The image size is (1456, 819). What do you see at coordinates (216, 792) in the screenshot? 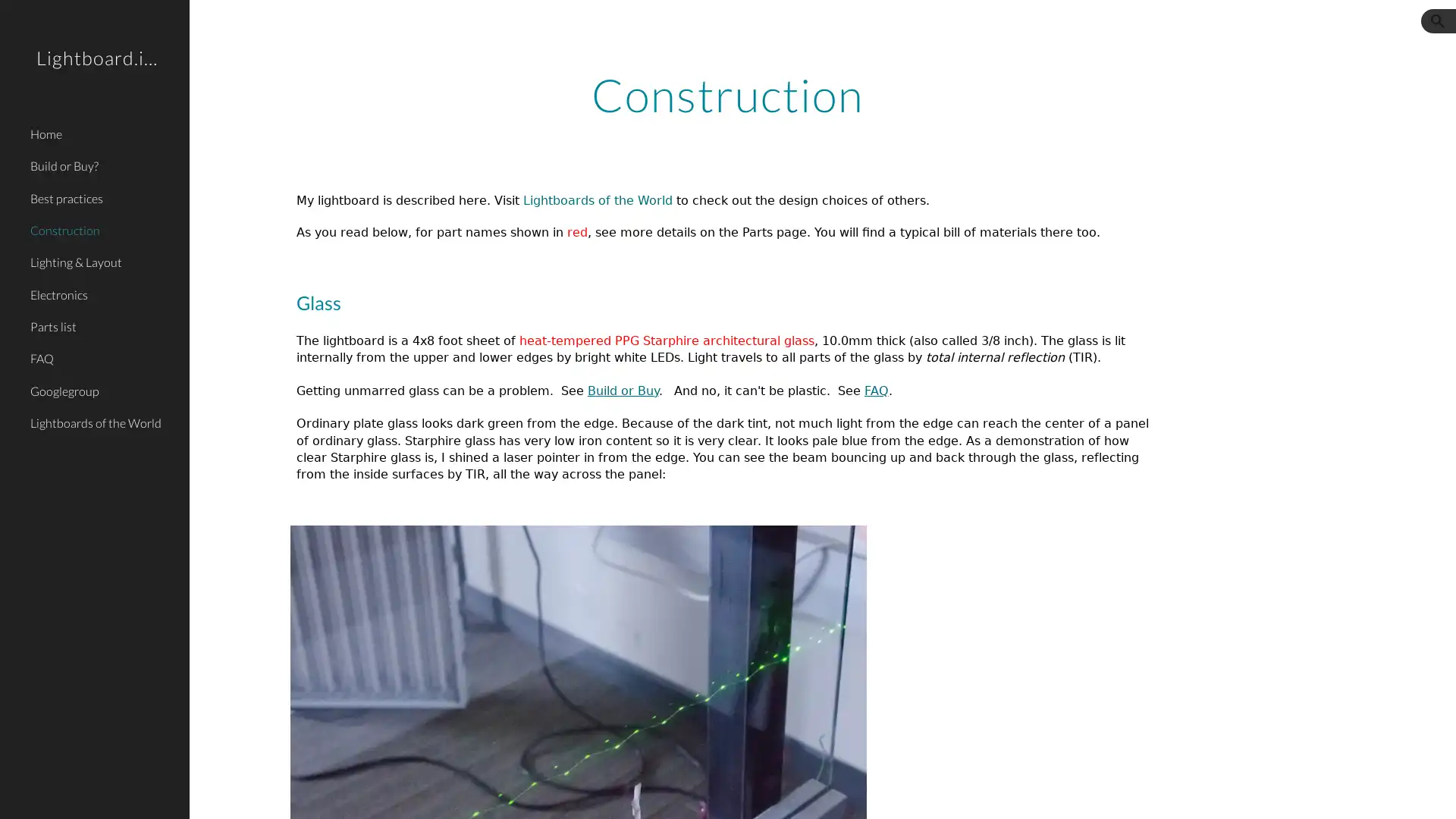
I see `Site actions` at bounding box center [216, 792].